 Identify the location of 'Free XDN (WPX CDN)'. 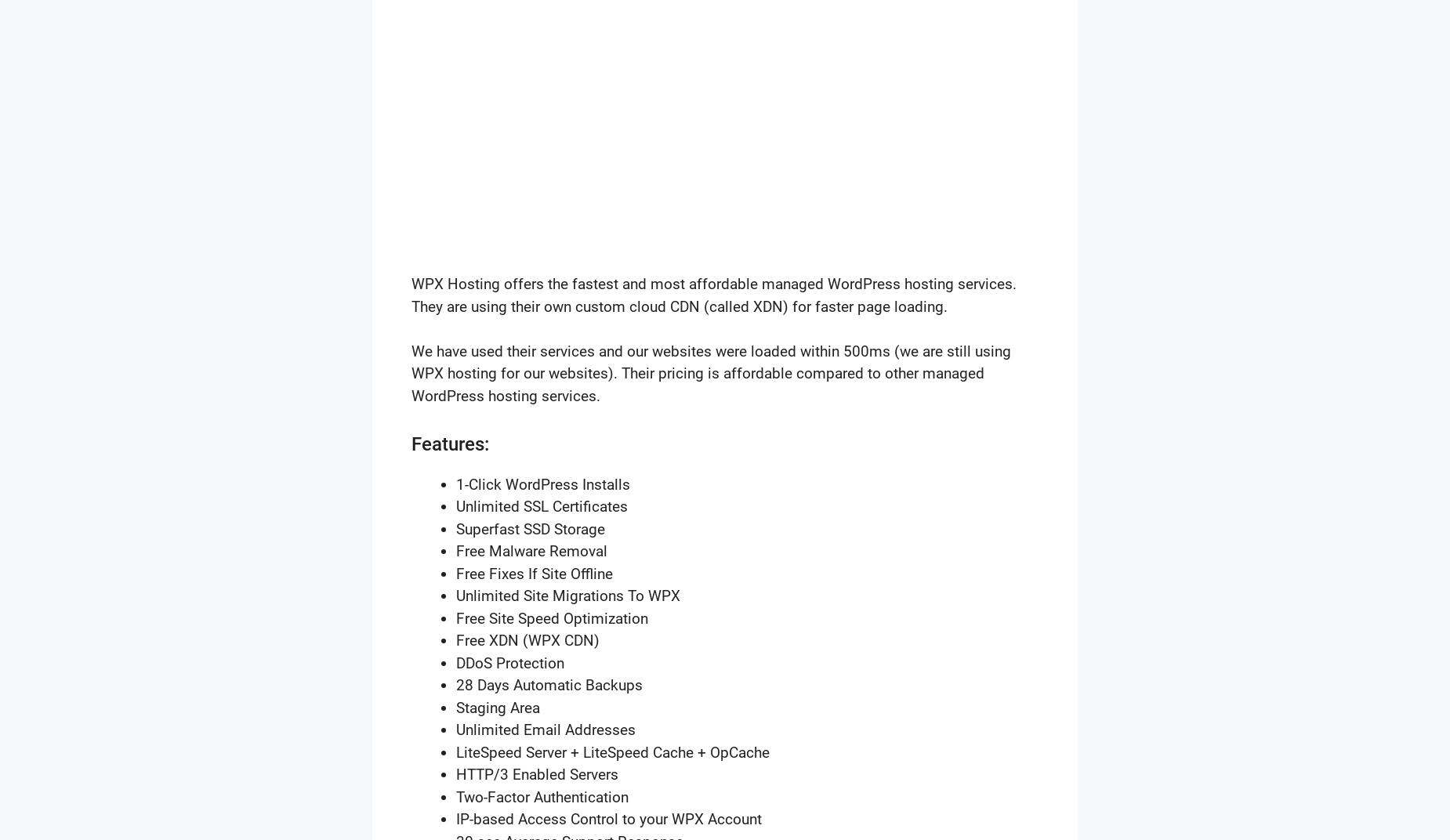
(527, 639).